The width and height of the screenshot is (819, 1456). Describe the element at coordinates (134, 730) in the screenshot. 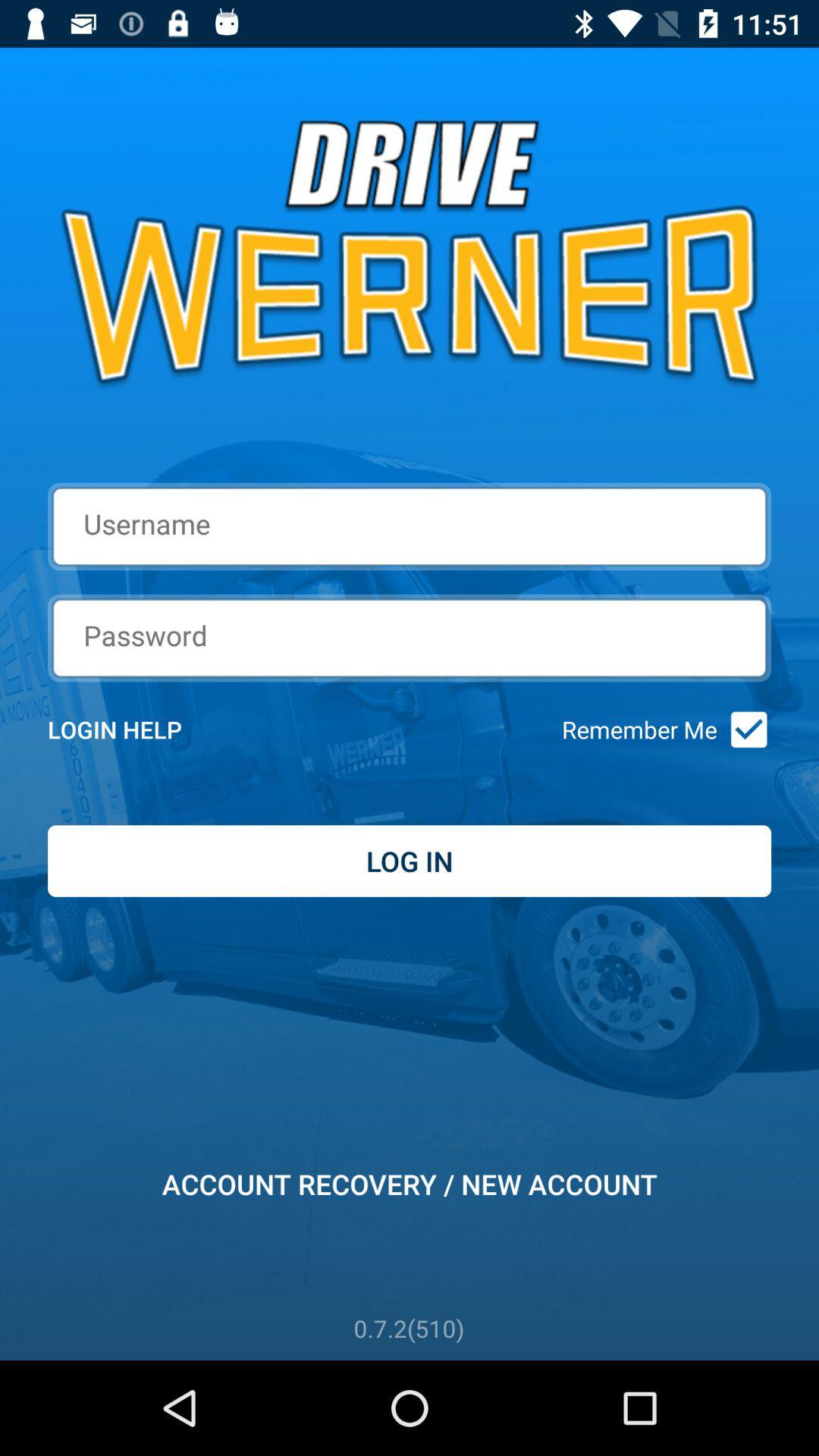

I see `item to the left of remember me item` at that location.